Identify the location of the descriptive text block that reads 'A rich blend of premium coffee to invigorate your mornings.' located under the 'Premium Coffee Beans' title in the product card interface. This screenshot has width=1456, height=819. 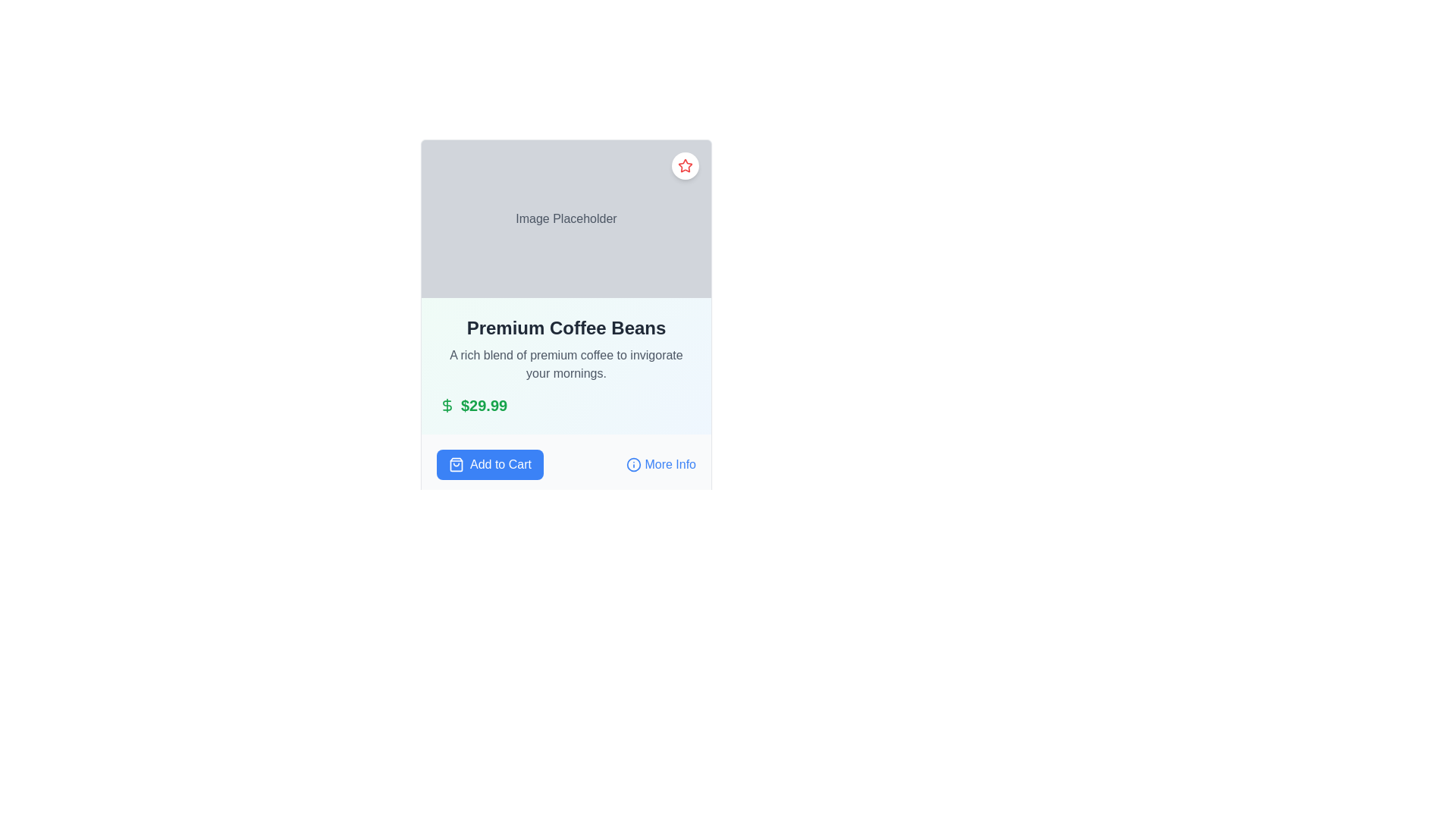
(566, 365).